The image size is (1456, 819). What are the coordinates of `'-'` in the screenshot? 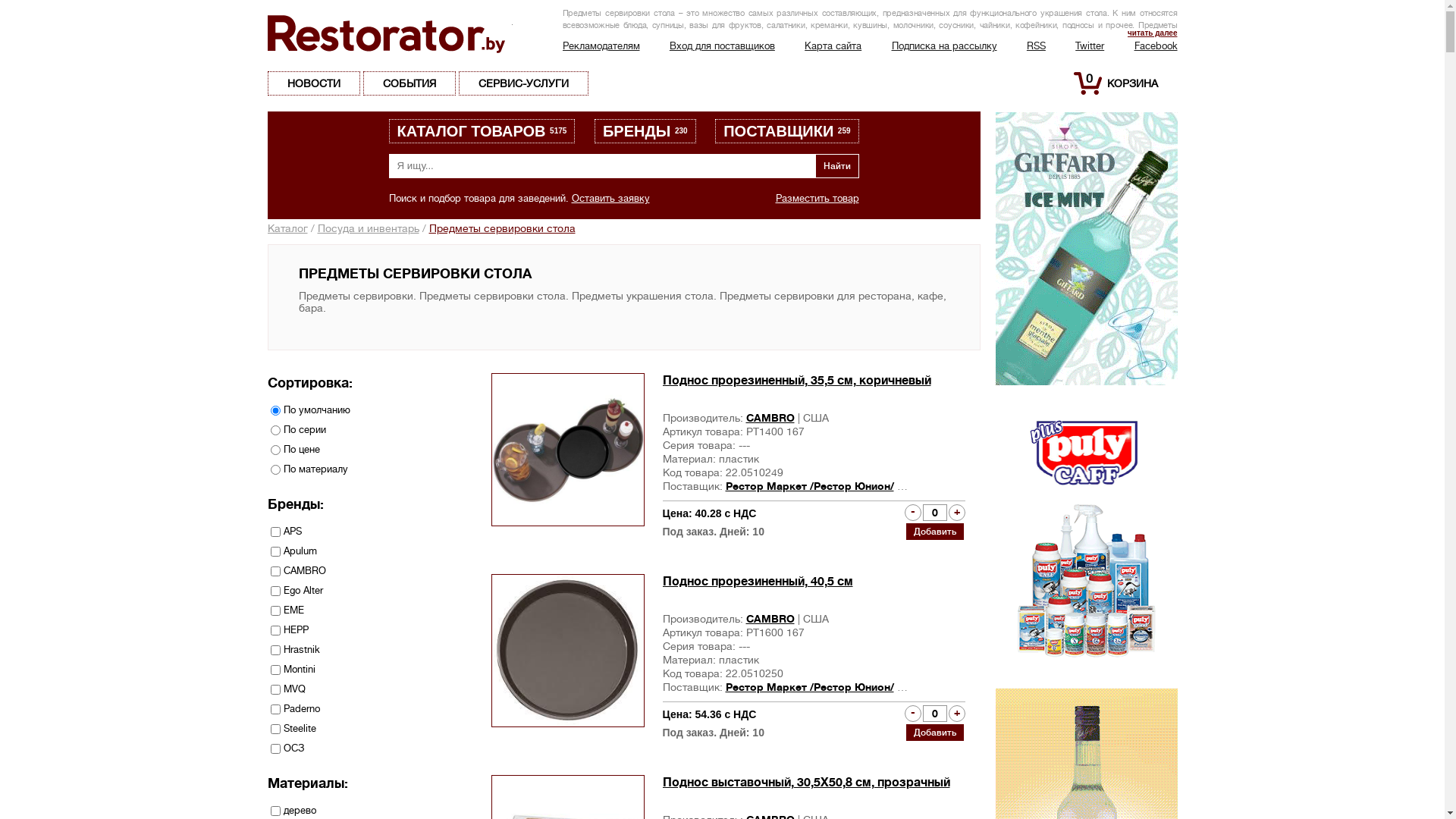 It's located at (912, 714).